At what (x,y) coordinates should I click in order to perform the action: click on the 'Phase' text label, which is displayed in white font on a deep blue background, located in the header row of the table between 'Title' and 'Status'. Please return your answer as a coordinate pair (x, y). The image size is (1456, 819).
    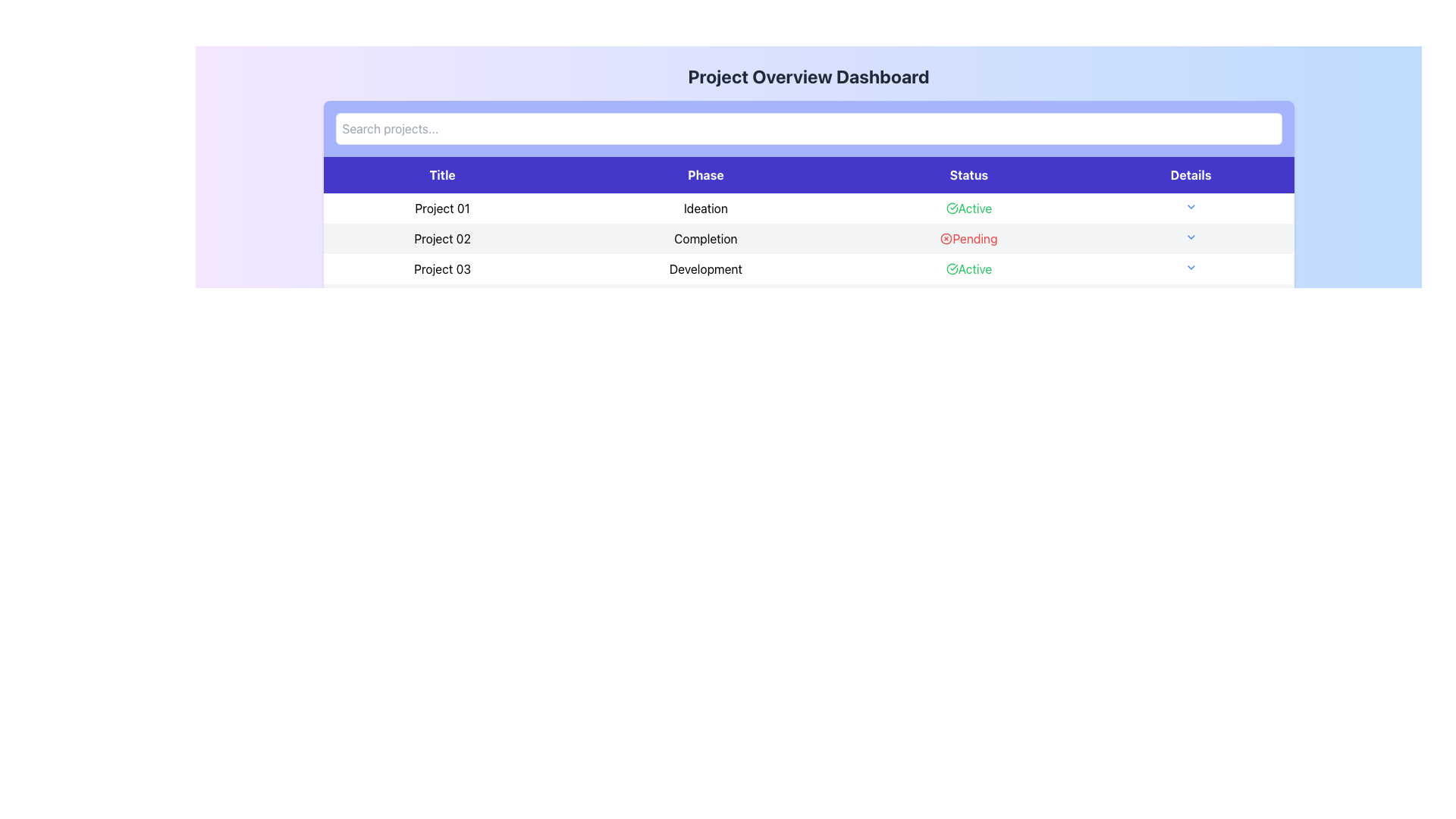
    Looking at the image, I should click on (704, 174).